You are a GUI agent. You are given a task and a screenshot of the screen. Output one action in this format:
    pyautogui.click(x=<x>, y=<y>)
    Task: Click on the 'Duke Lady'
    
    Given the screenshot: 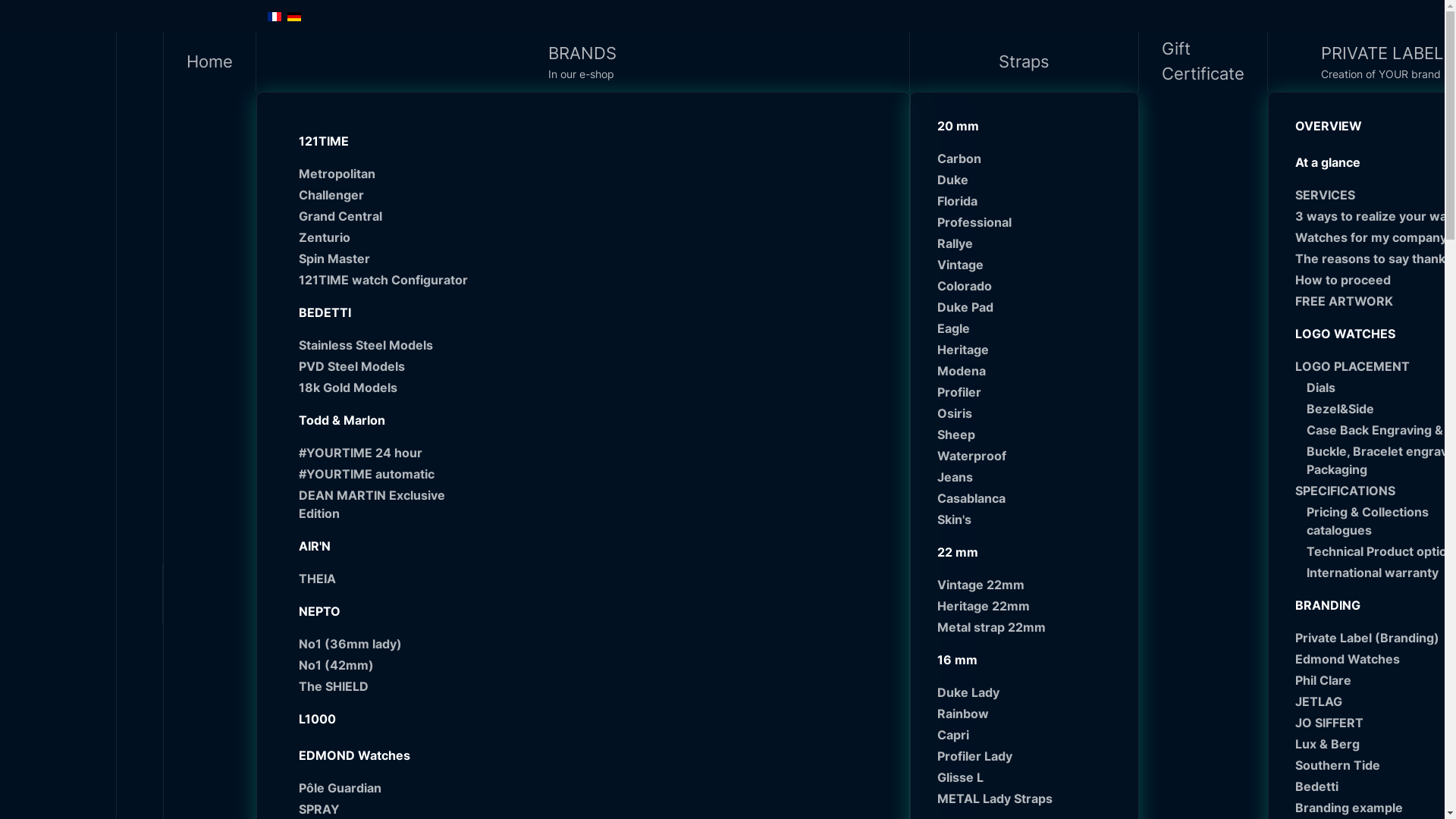 What is the action you would take?
    pyautogui.click(x=1030, y=692)
    